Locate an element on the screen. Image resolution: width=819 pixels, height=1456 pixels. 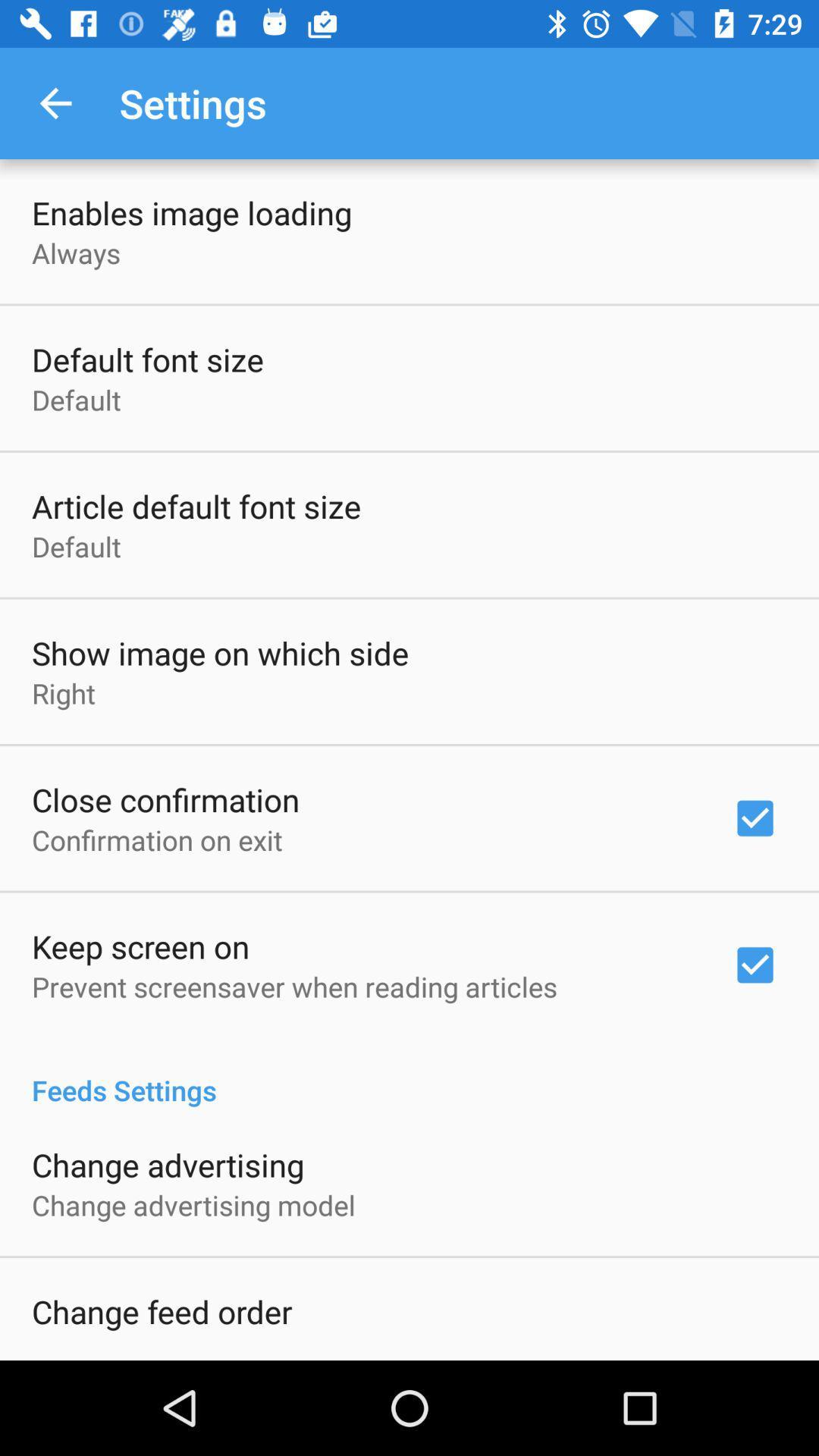
item above right icon is located at coordinates (220, 652).